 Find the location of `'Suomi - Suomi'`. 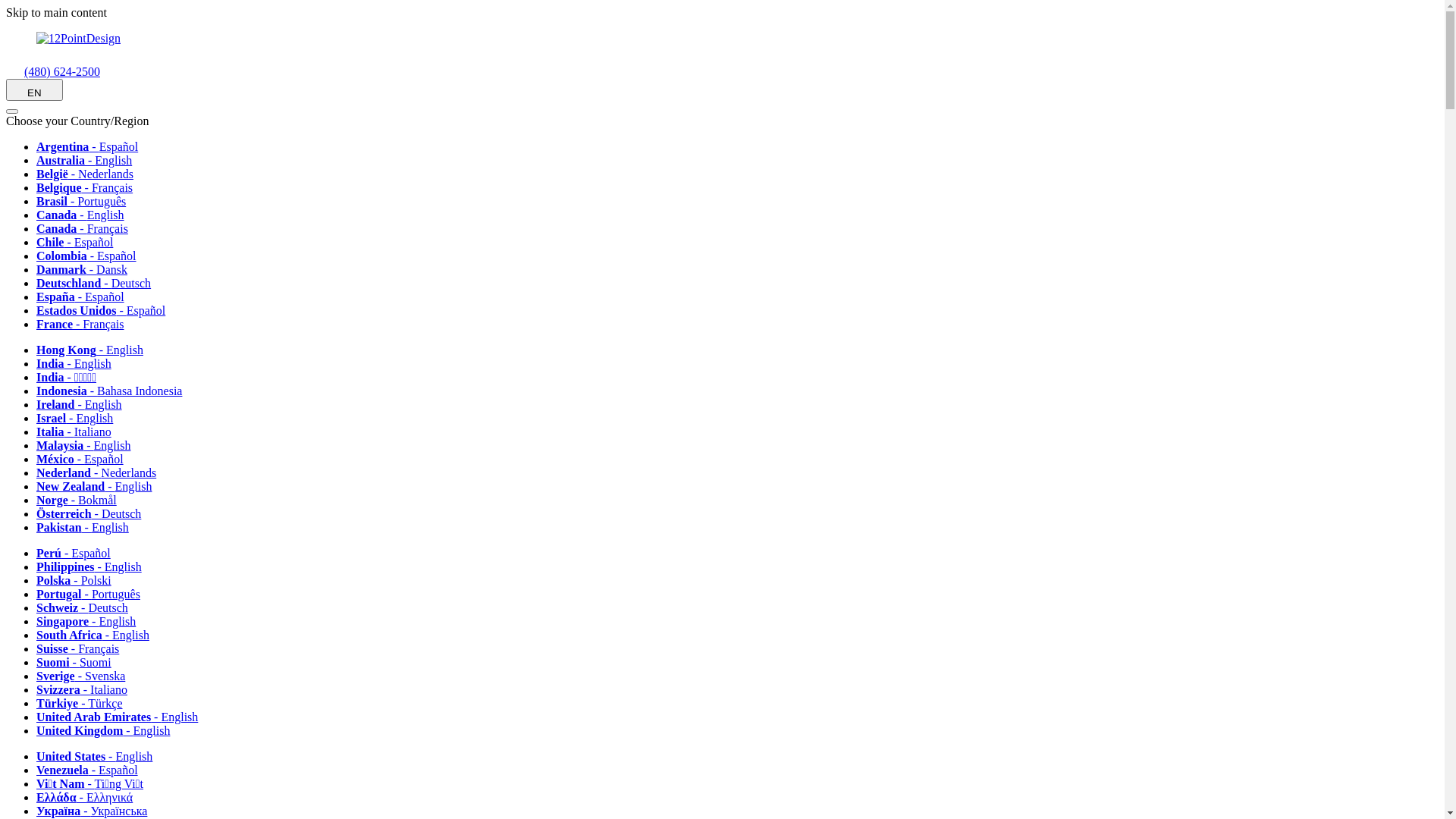

'Suomi - Suomi' is located at coordinates (78, 661).